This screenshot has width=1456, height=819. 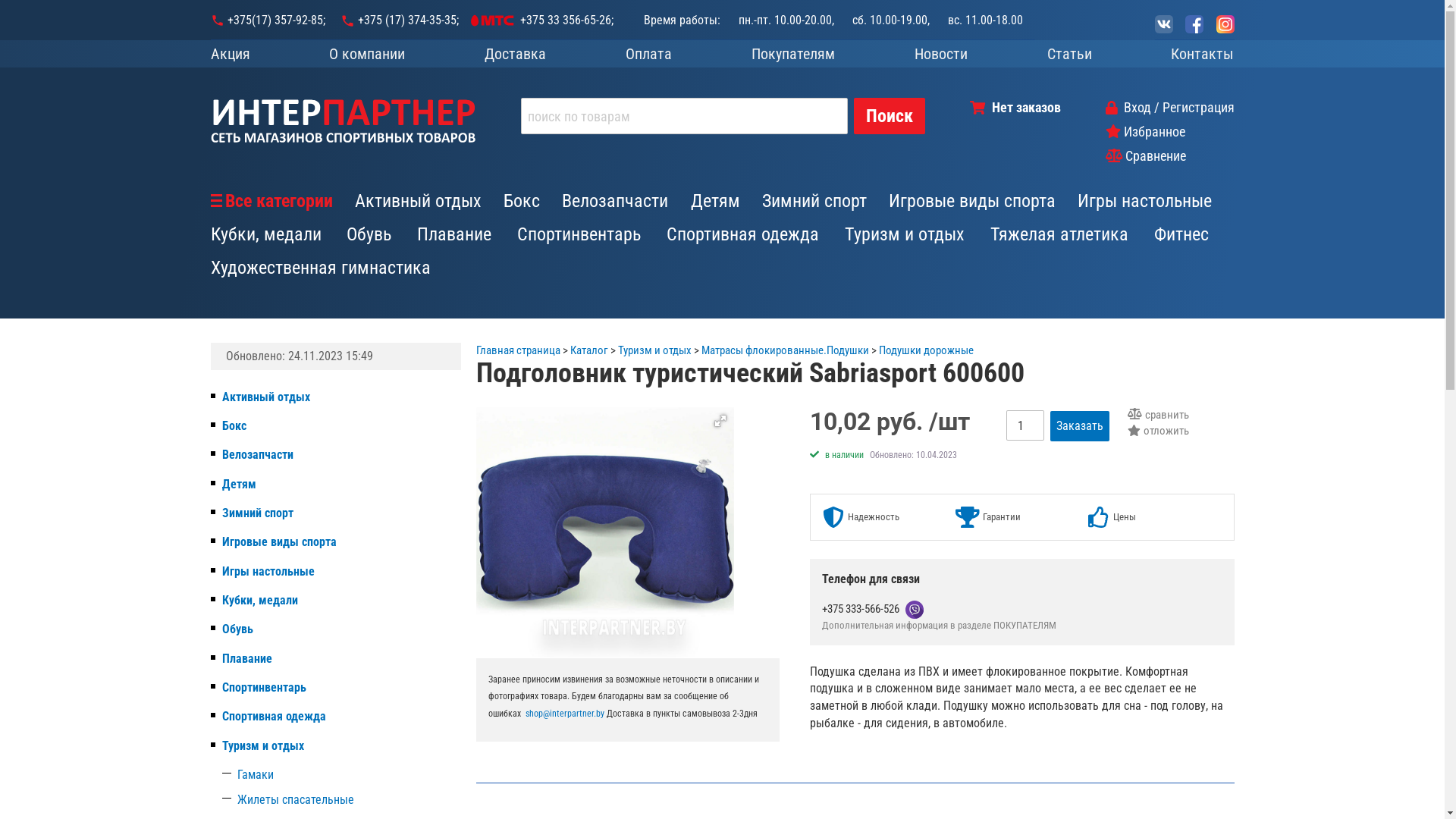 I want to click on ' +375 (17) 374-35-35;', so click(x=338, y=20).